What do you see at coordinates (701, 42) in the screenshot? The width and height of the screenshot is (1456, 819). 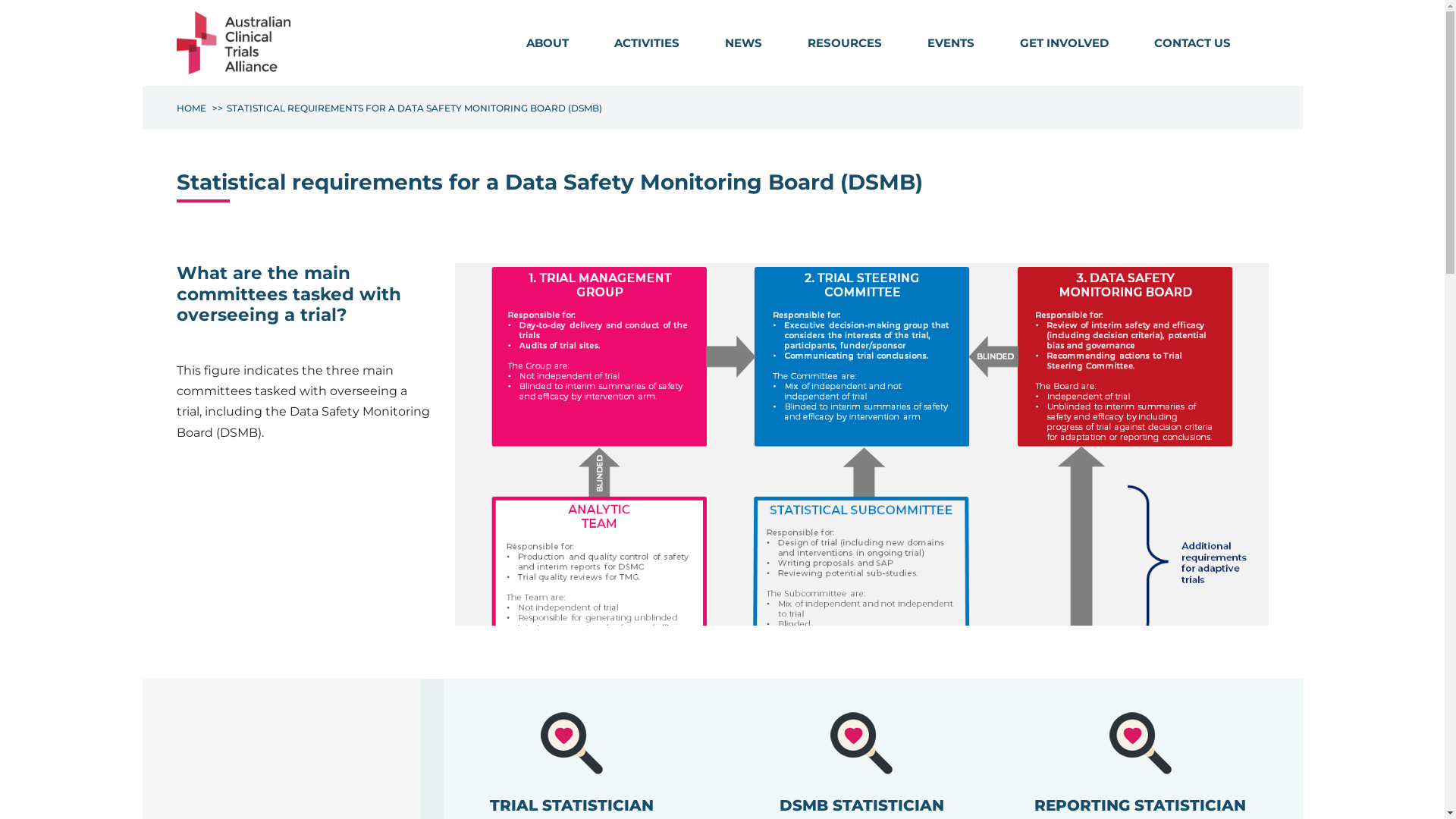 I see `'NEWS'` at bounding box center [701, 42].